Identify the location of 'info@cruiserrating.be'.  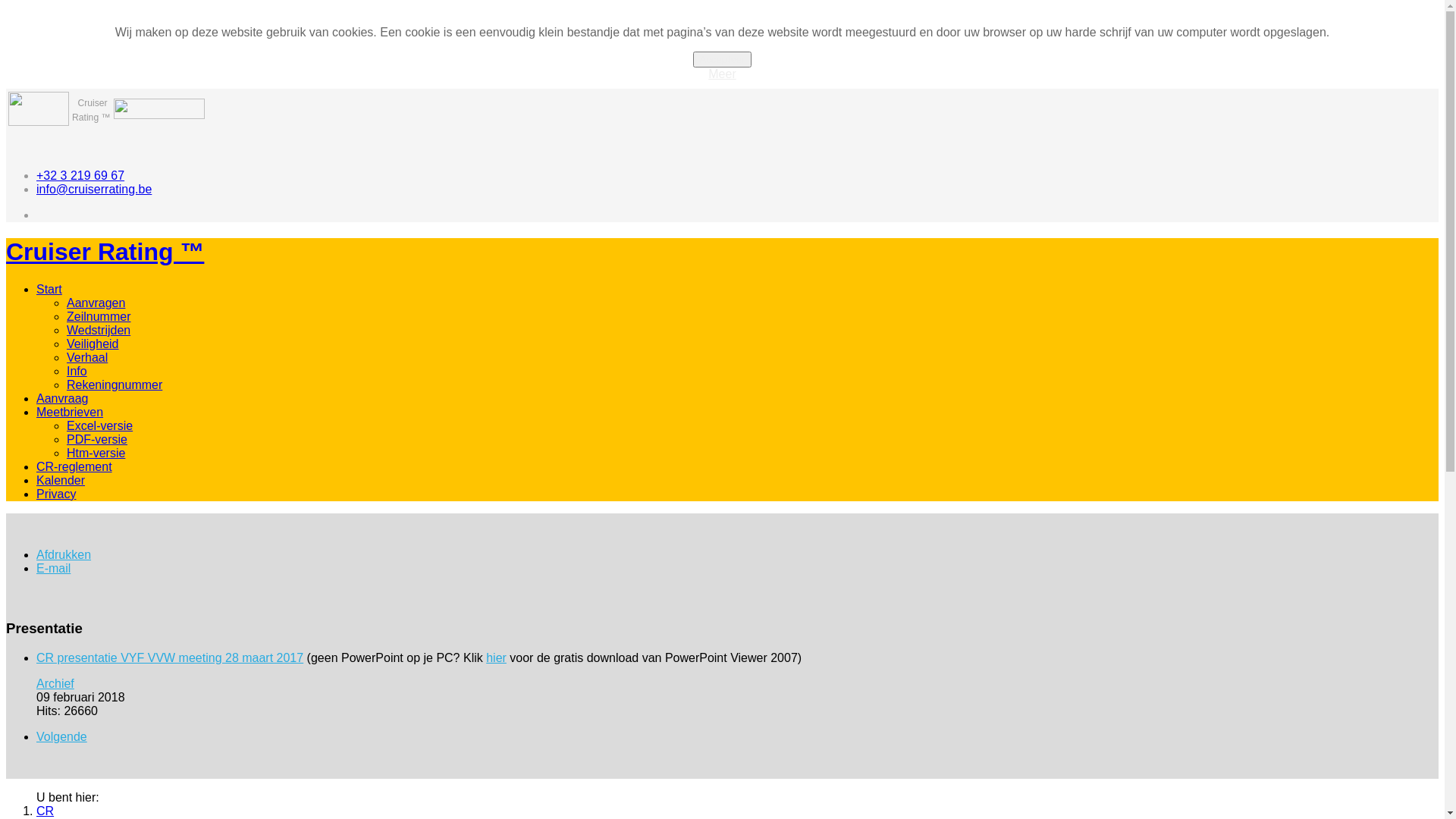
(36, 188).